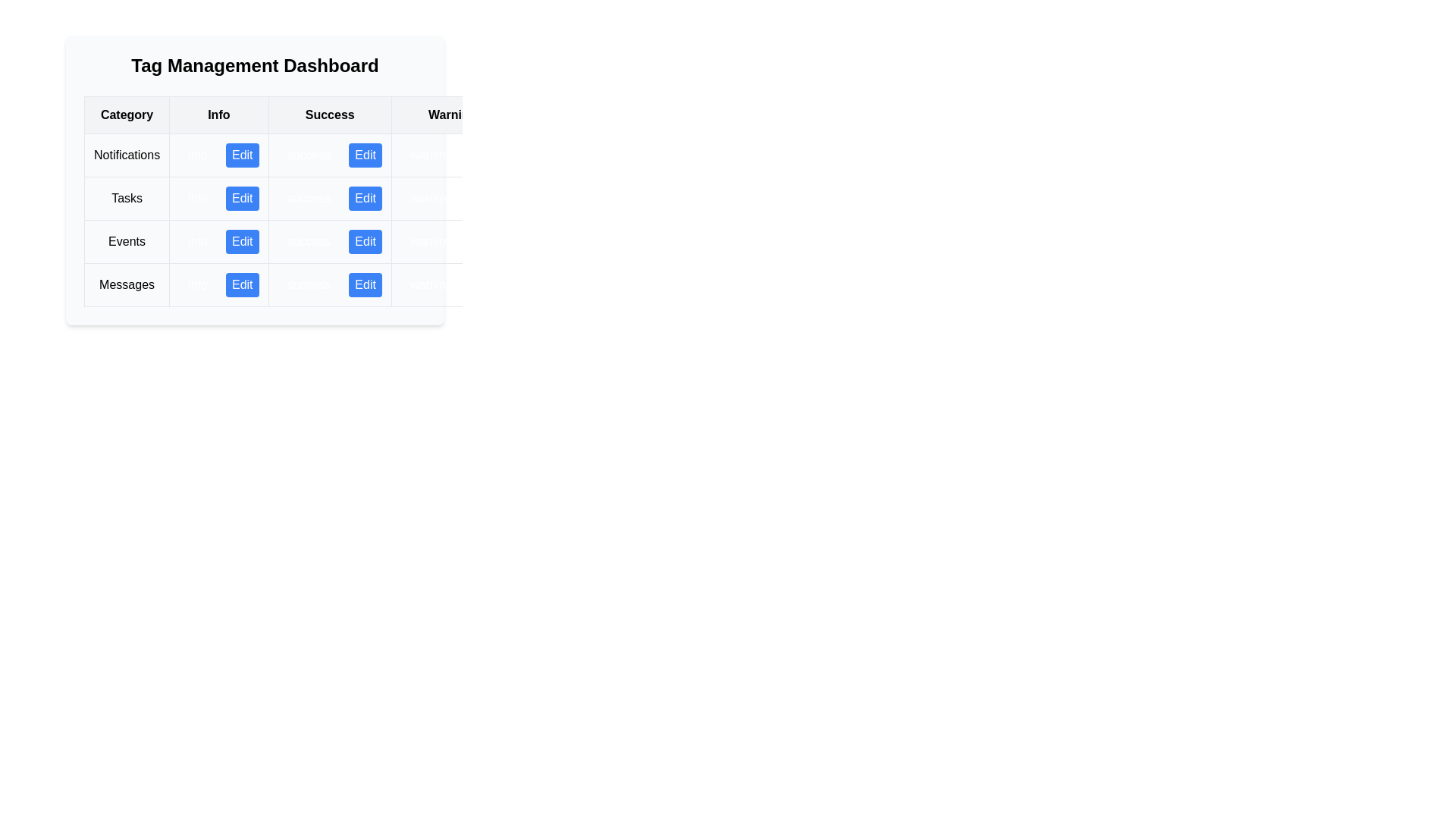 The image size is (1456, 819). What do you see at coordinates (329, 114) in the screenshot?
I see `the header cell labeled 'Success' located in the third column of a five-column table, which has a light gray background and black capitalized text` at bounding box center [329, 114].